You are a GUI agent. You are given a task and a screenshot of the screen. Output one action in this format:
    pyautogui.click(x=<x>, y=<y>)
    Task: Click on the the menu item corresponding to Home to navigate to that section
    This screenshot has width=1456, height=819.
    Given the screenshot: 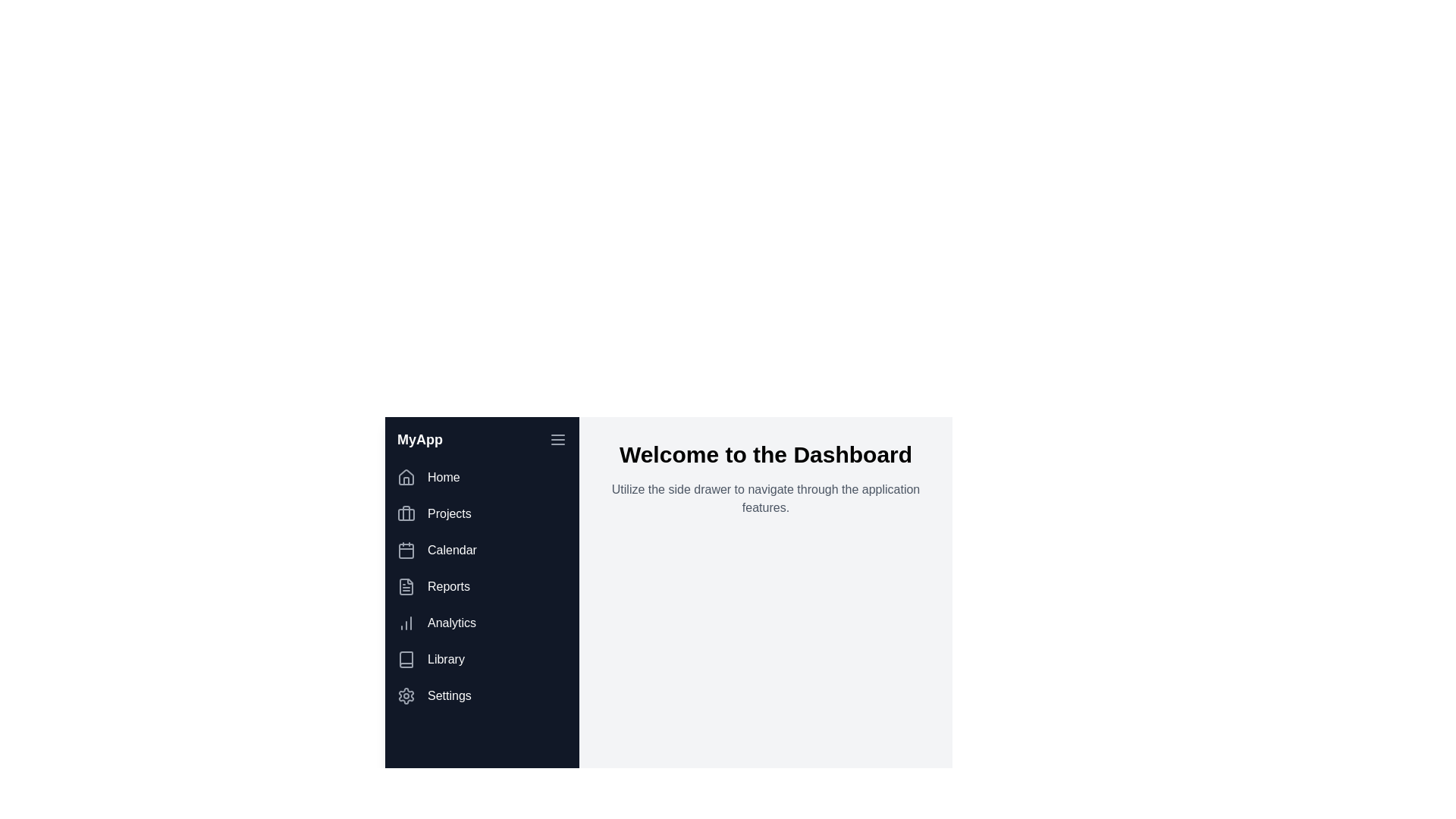 What is the action you would take?
    pyautogui.click(x=481, y=476)
    